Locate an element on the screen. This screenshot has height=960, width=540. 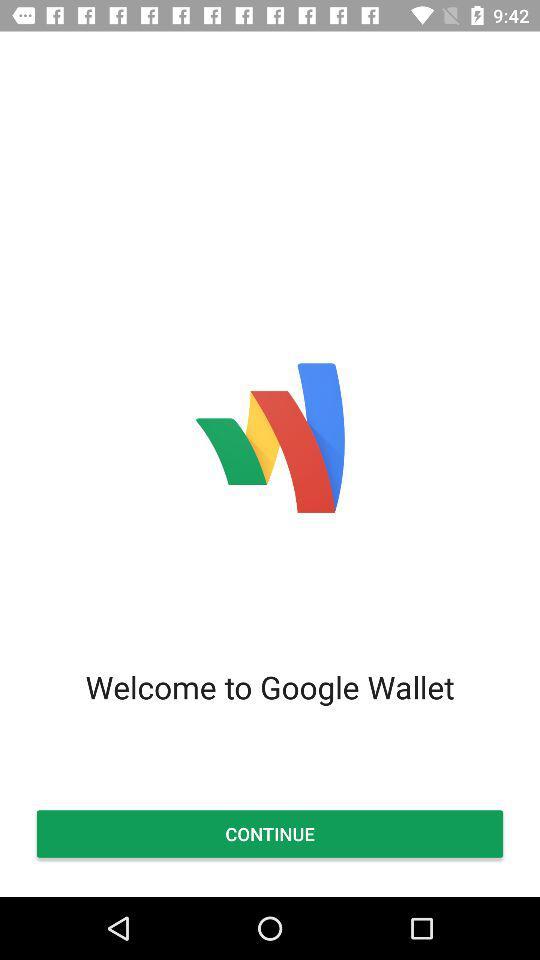
continue icon is located at coordinates (270, 834).